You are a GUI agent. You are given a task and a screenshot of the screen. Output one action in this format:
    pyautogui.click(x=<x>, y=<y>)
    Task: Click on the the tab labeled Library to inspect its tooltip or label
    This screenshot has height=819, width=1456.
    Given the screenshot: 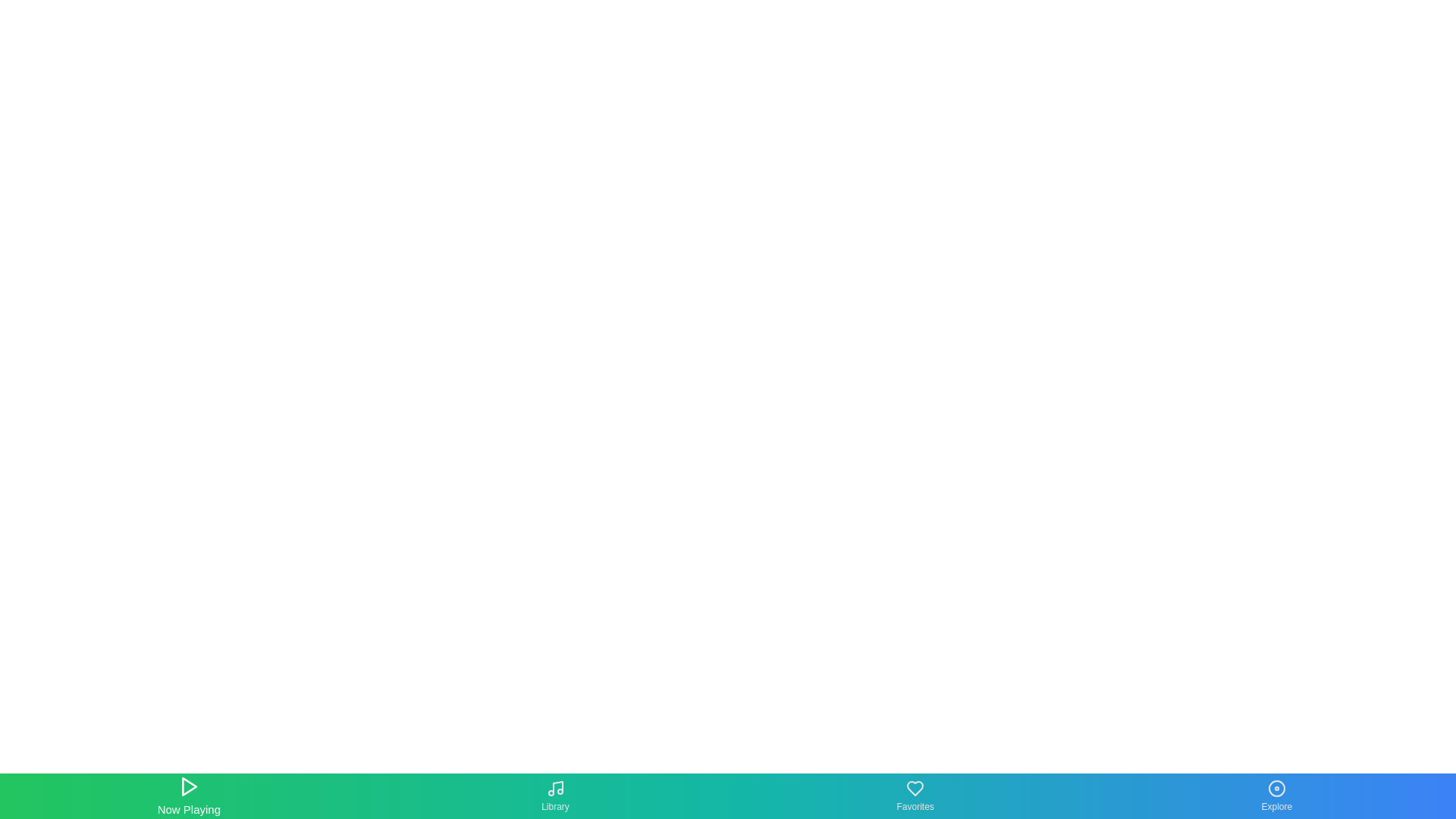 What is the action you would take?
    pyautogui.click(x=554, y=795)
    